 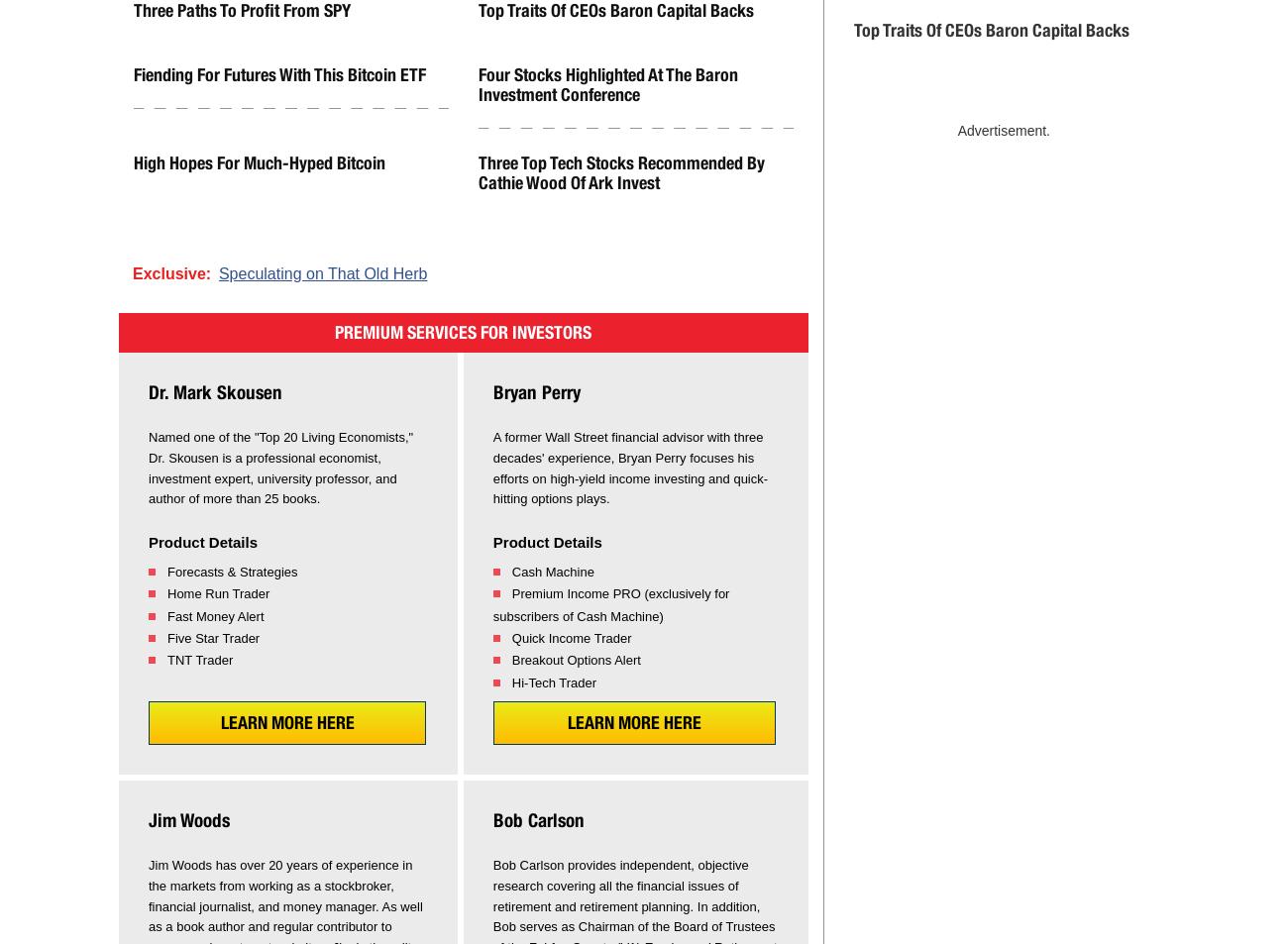 I want to click on 'High Hopes for Much-Hyped Bitcoin', so click(x=258, y=160).